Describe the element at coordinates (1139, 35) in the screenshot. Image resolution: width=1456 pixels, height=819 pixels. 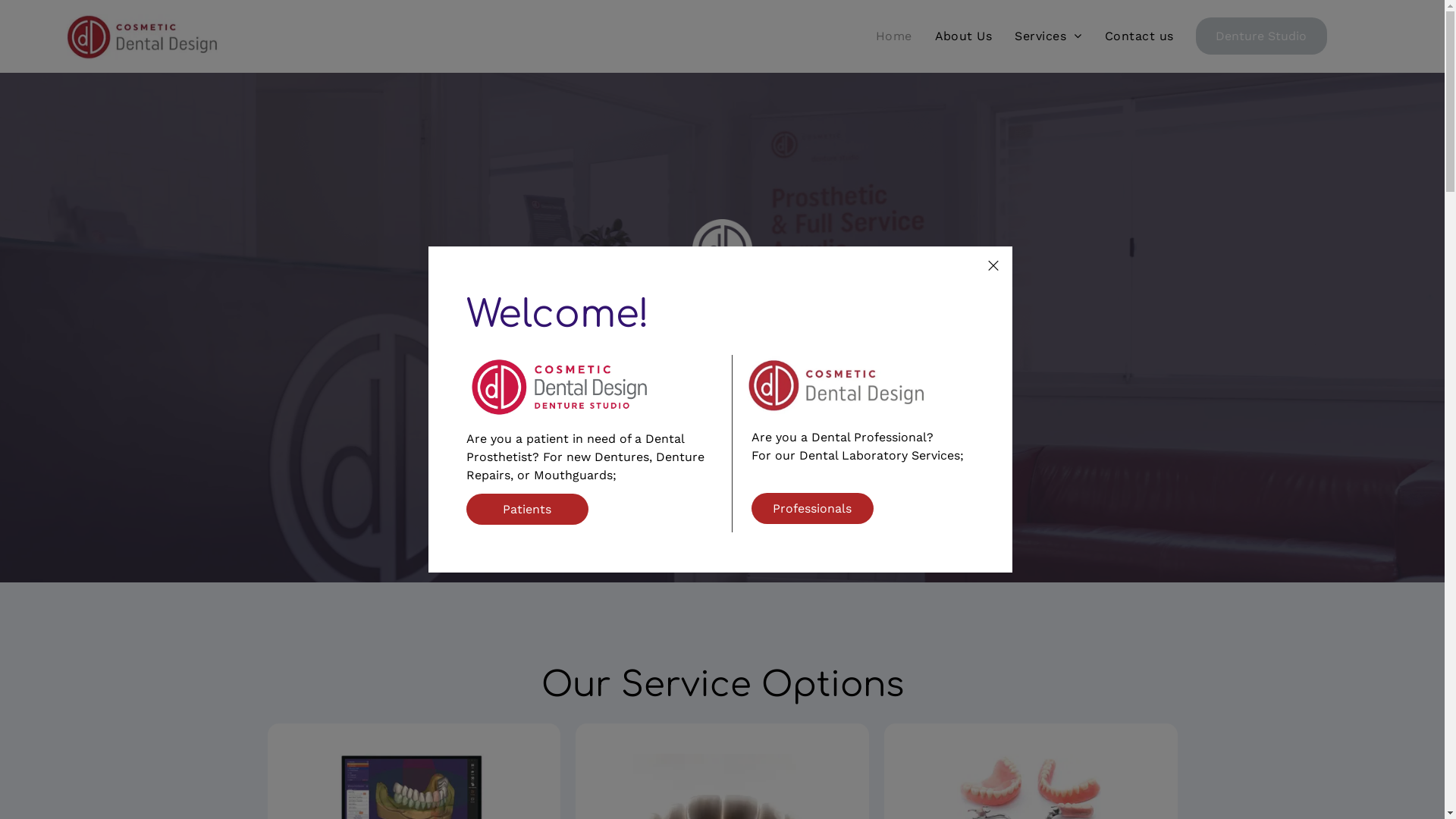
I see `'Contact us'` at that location.